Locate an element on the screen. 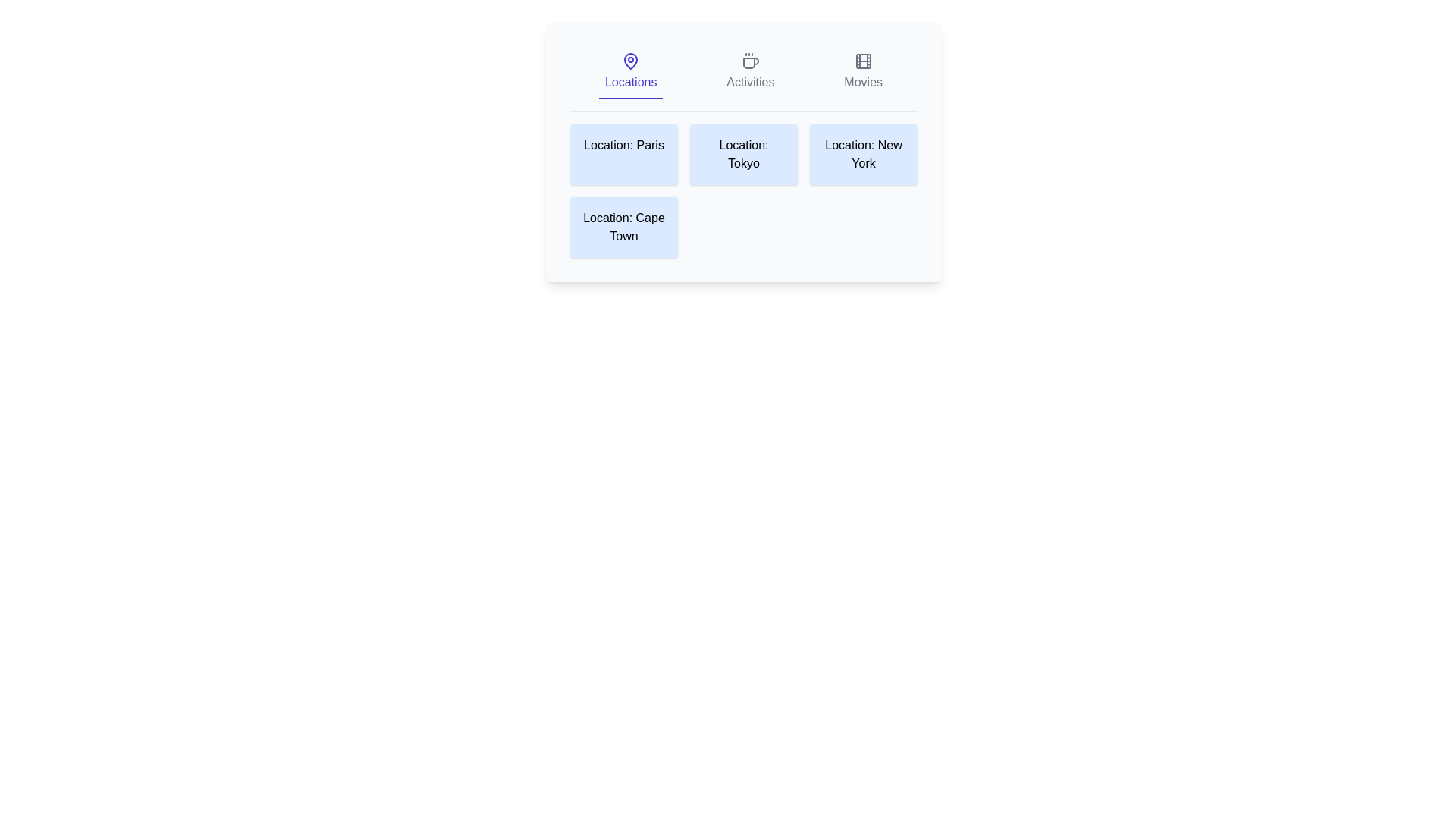 Image resolution: width=1456 pixels, height=819 pixels. the location card labeled Cape Town is located at coordinates (623, 227).